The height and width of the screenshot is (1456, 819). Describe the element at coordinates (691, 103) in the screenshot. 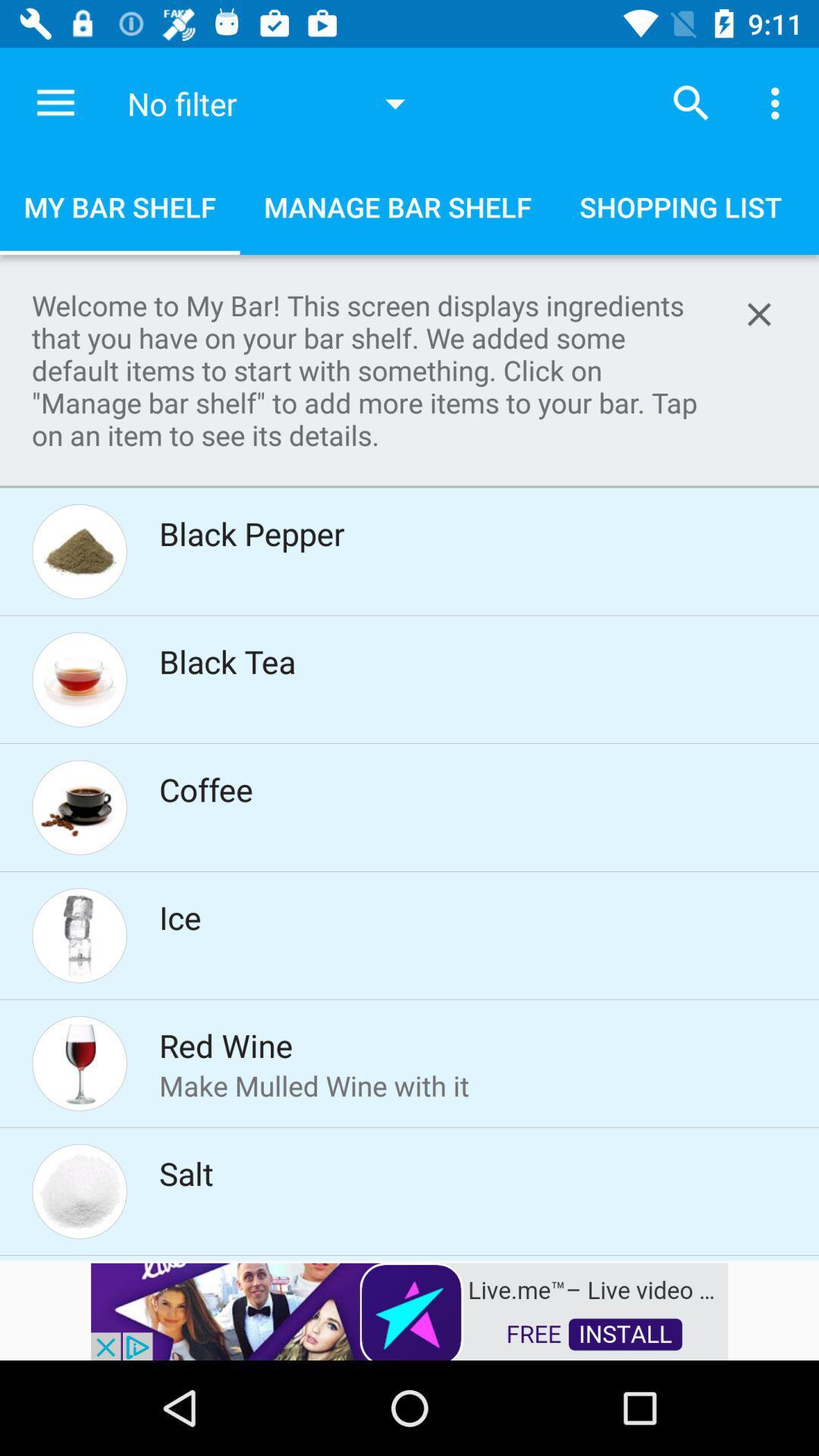

I see `search icon` at that location.